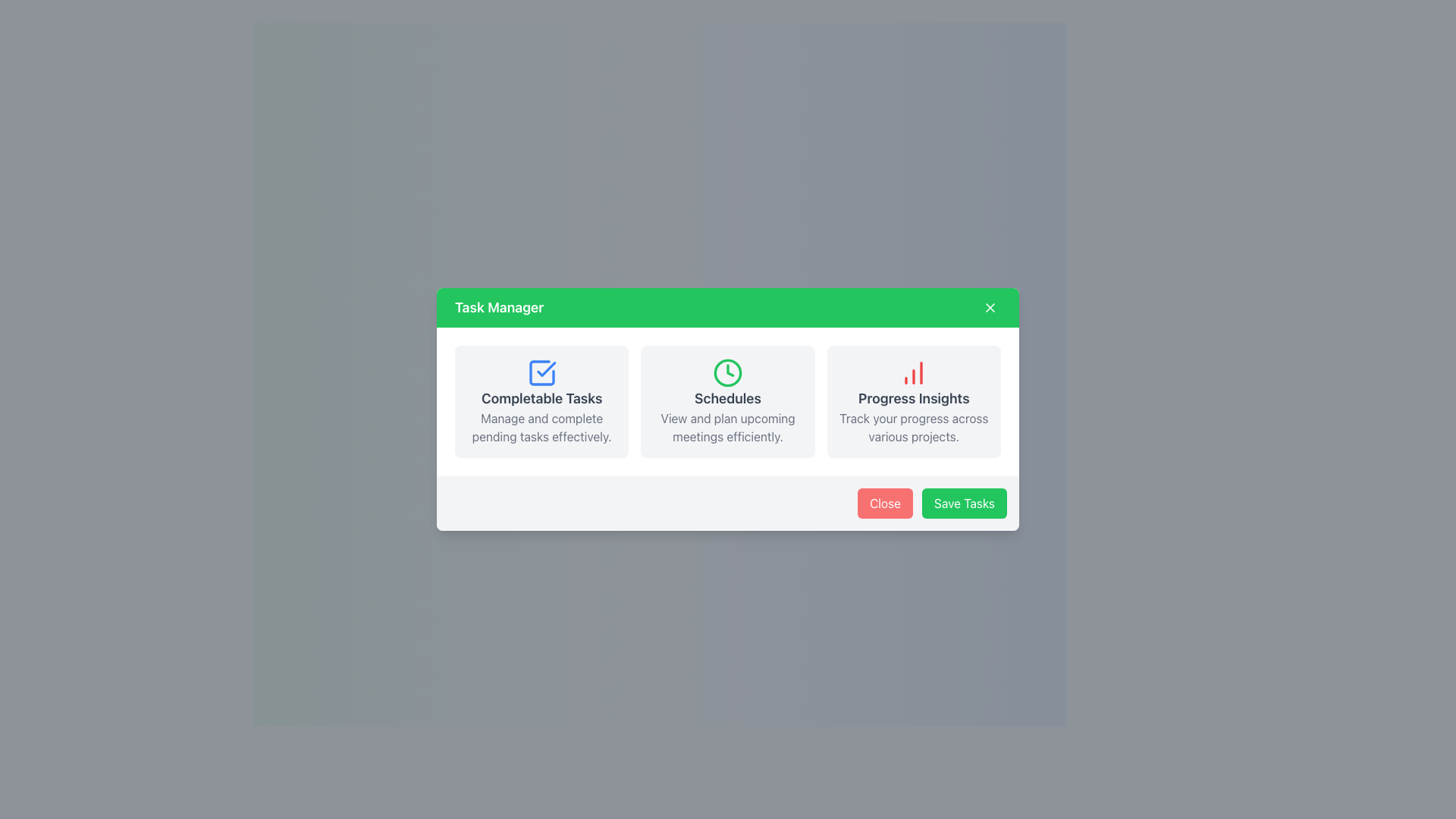  What do you see at coordinates (728, 427) in the screenshot?
I see `the text label that reads 'View and plan upcoming meetings efficiently.' which is positioned below the title 'Schedules' within a card layout` at bounding box center [728, 427].